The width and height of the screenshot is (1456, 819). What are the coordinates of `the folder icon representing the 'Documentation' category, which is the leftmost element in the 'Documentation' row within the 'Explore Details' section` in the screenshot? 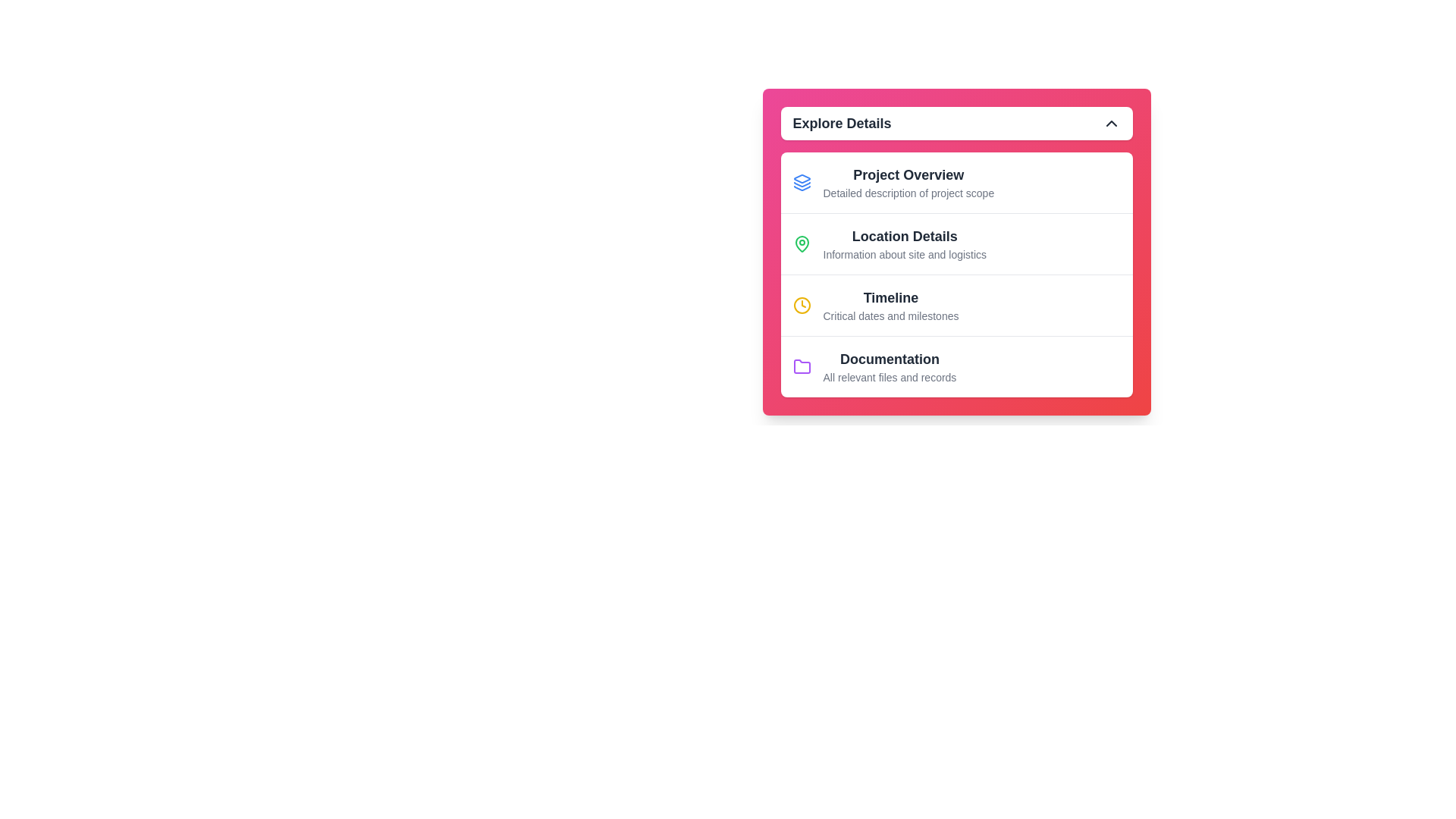 It's located at (801, 366).